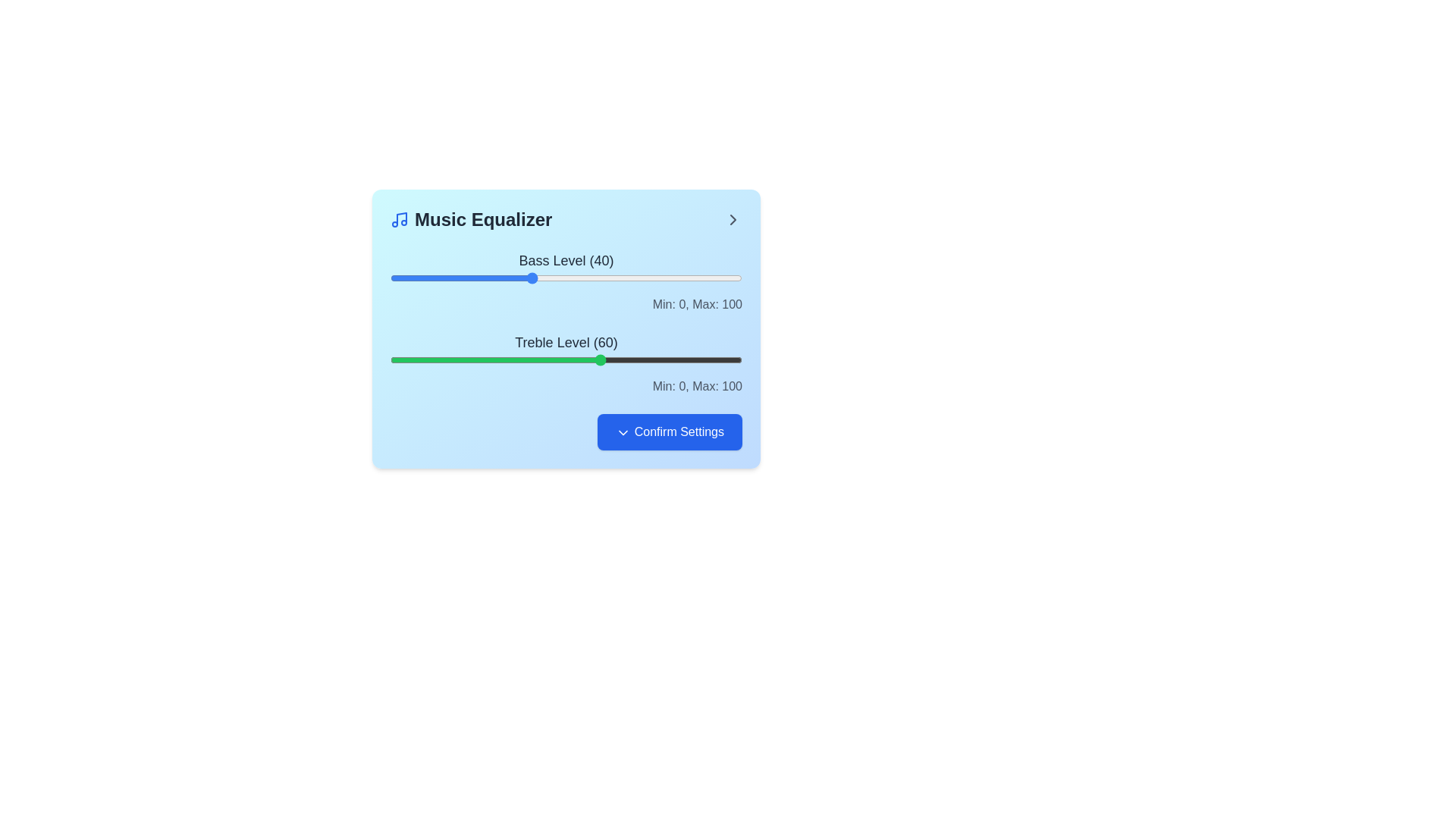 The height and width of the screenshot is (819, 1456). I want to click on the Bass Level slider, so click(699, 278).